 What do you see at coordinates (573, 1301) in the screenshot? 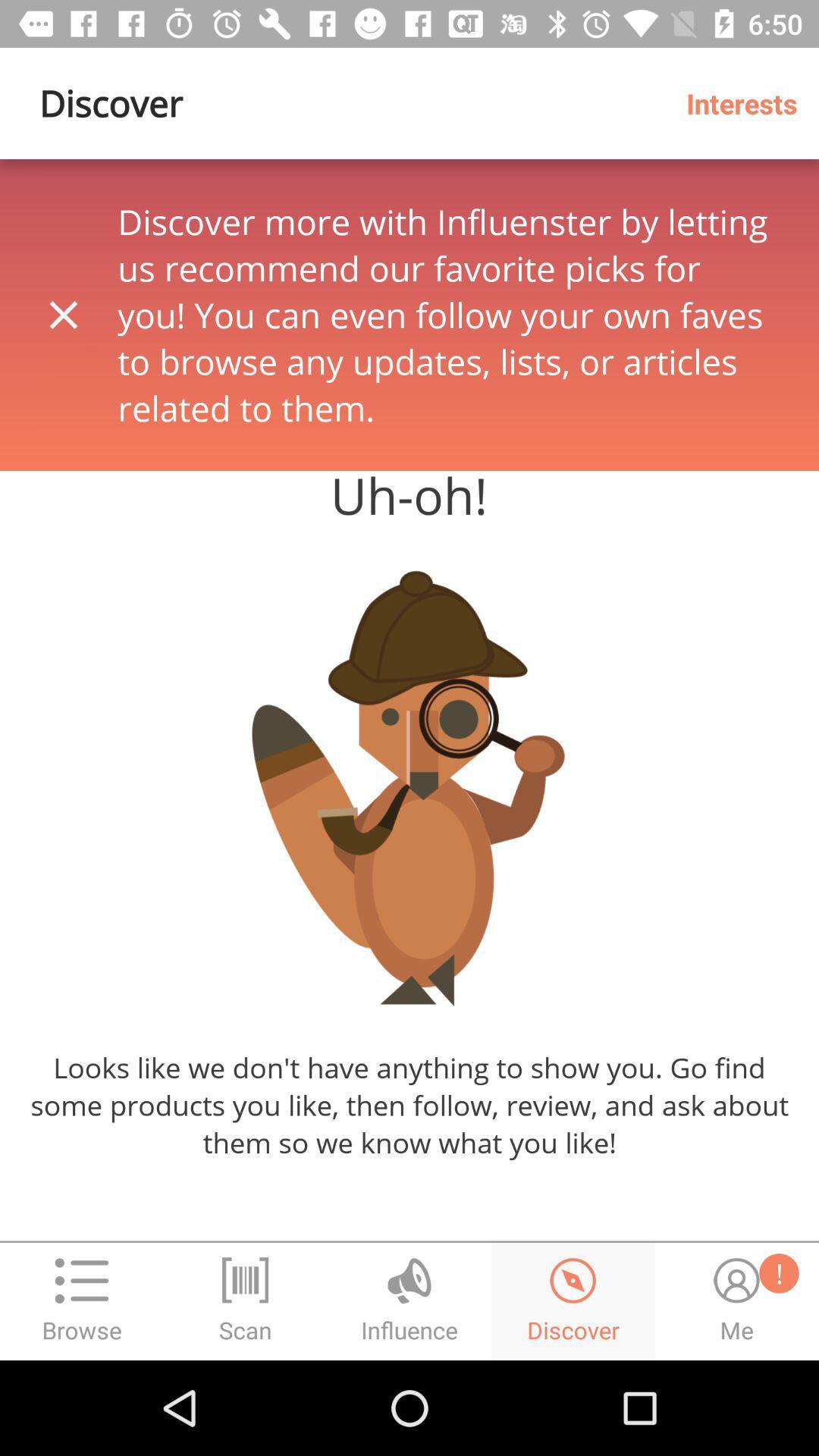
I see `the time icon` at bounding box center [573, 1301].